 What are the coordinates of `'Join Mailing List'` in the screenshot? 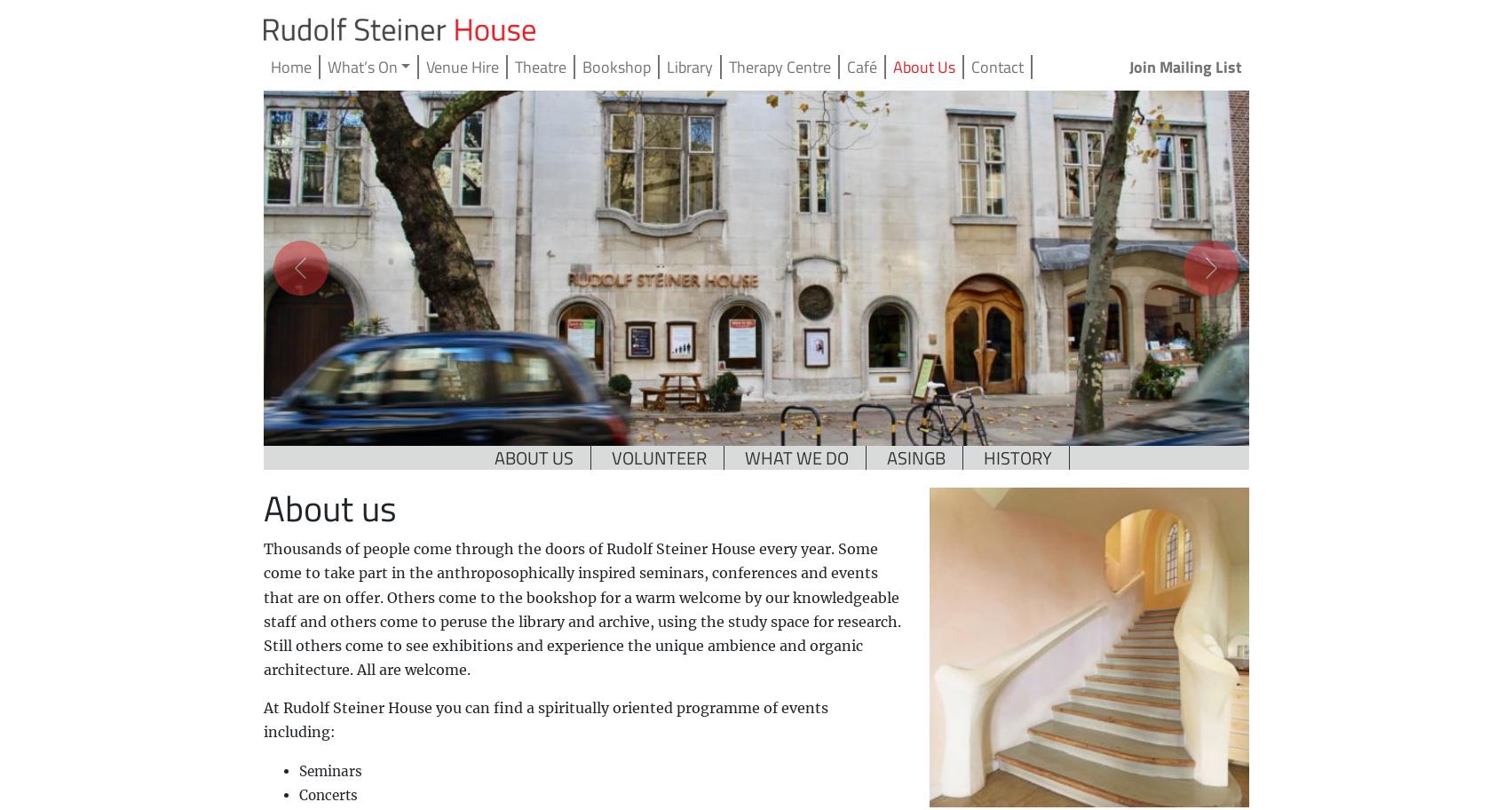 It's located at (1183, 66).